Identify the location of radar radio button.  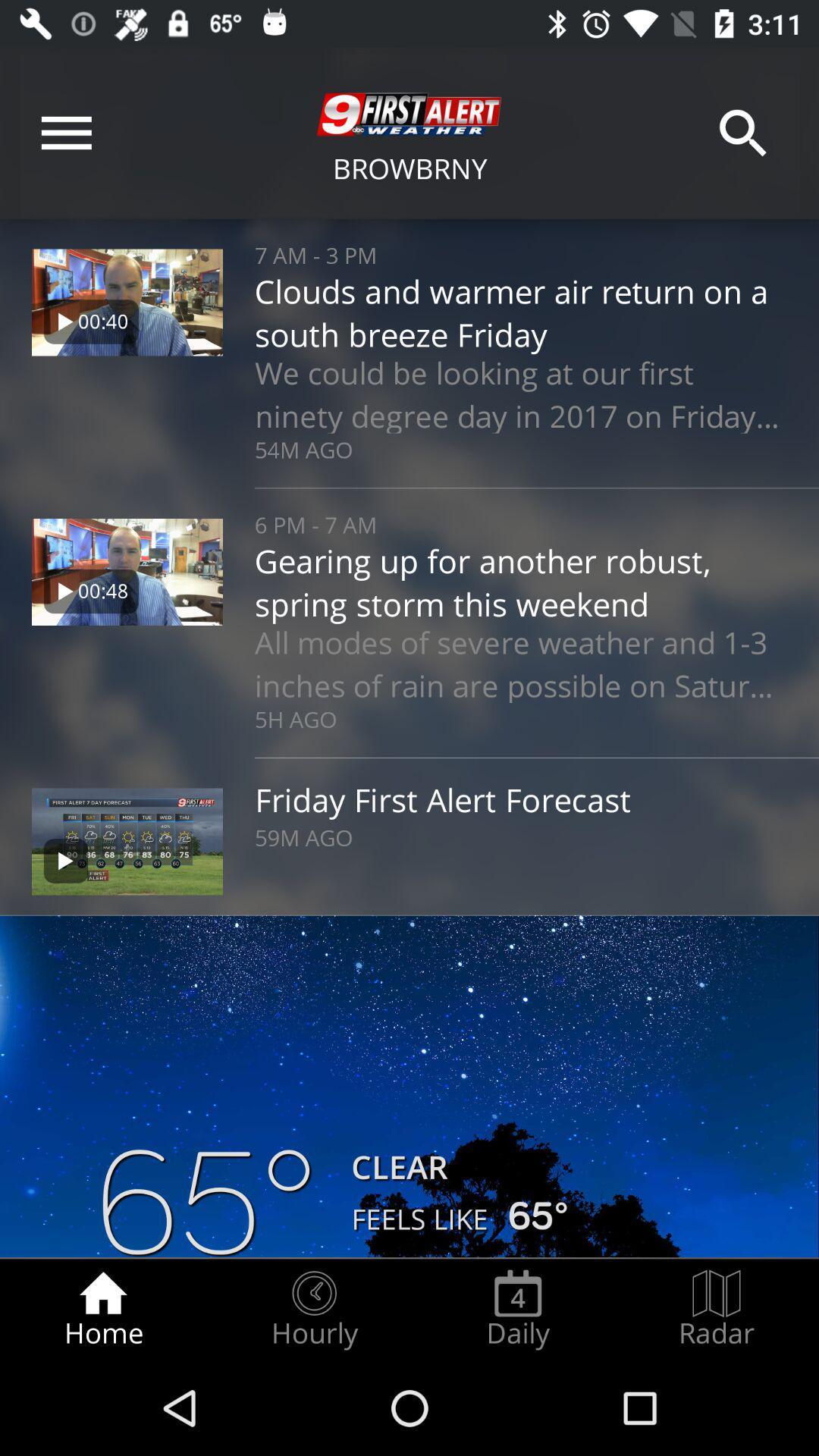
(717, 1309).